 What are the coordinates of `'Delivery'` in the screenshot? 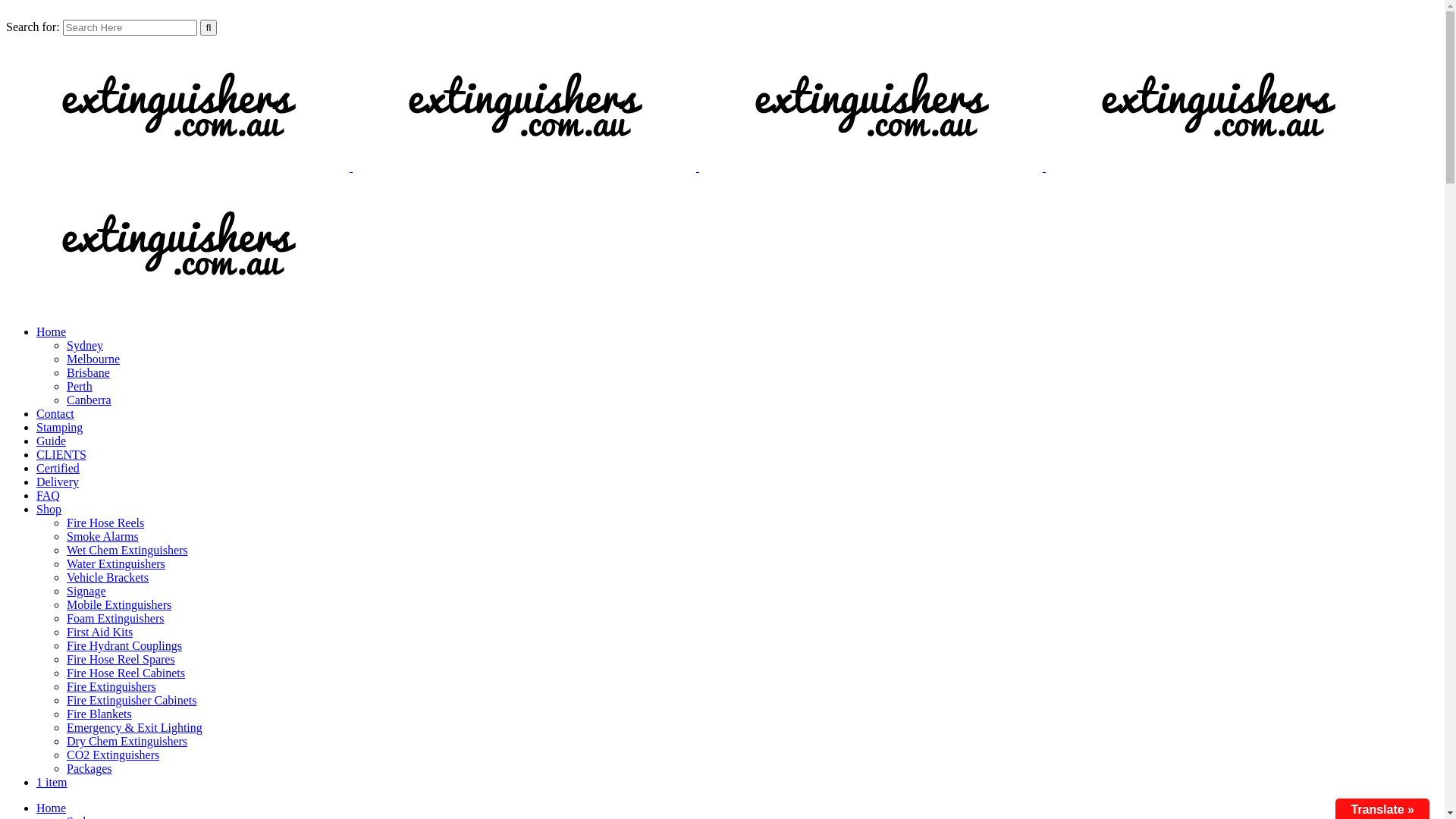 It's located at (58, 482).